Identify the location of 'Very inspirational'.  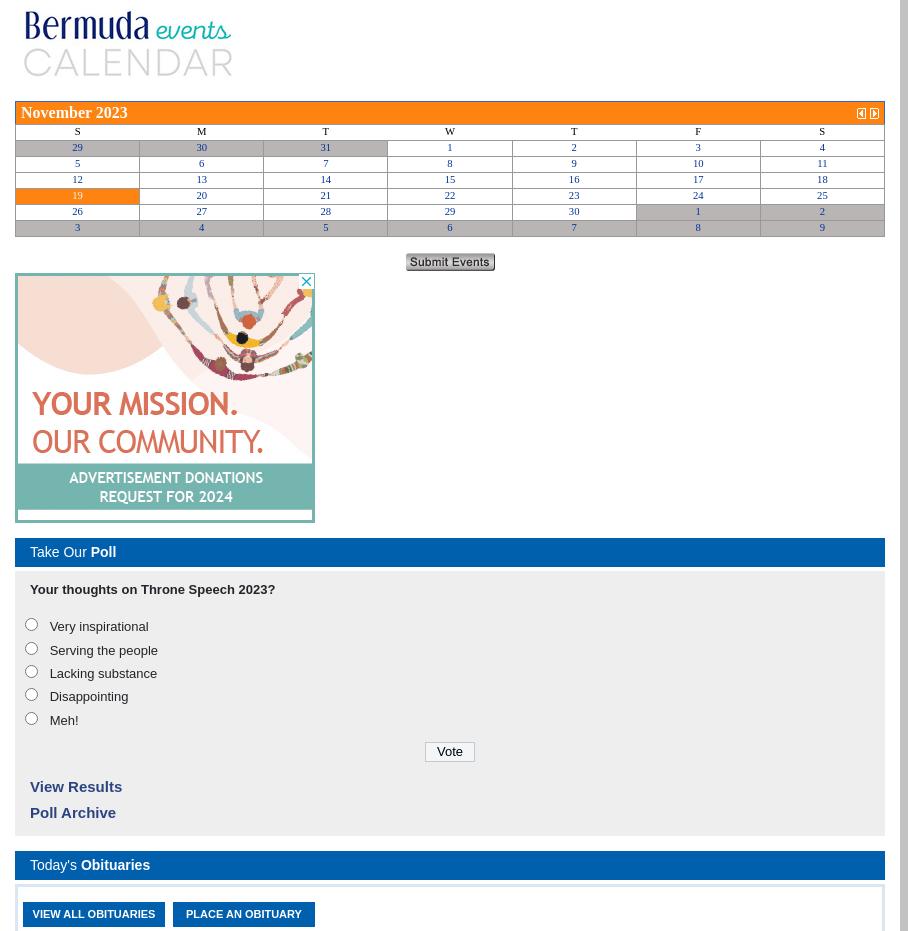
(97, 626).